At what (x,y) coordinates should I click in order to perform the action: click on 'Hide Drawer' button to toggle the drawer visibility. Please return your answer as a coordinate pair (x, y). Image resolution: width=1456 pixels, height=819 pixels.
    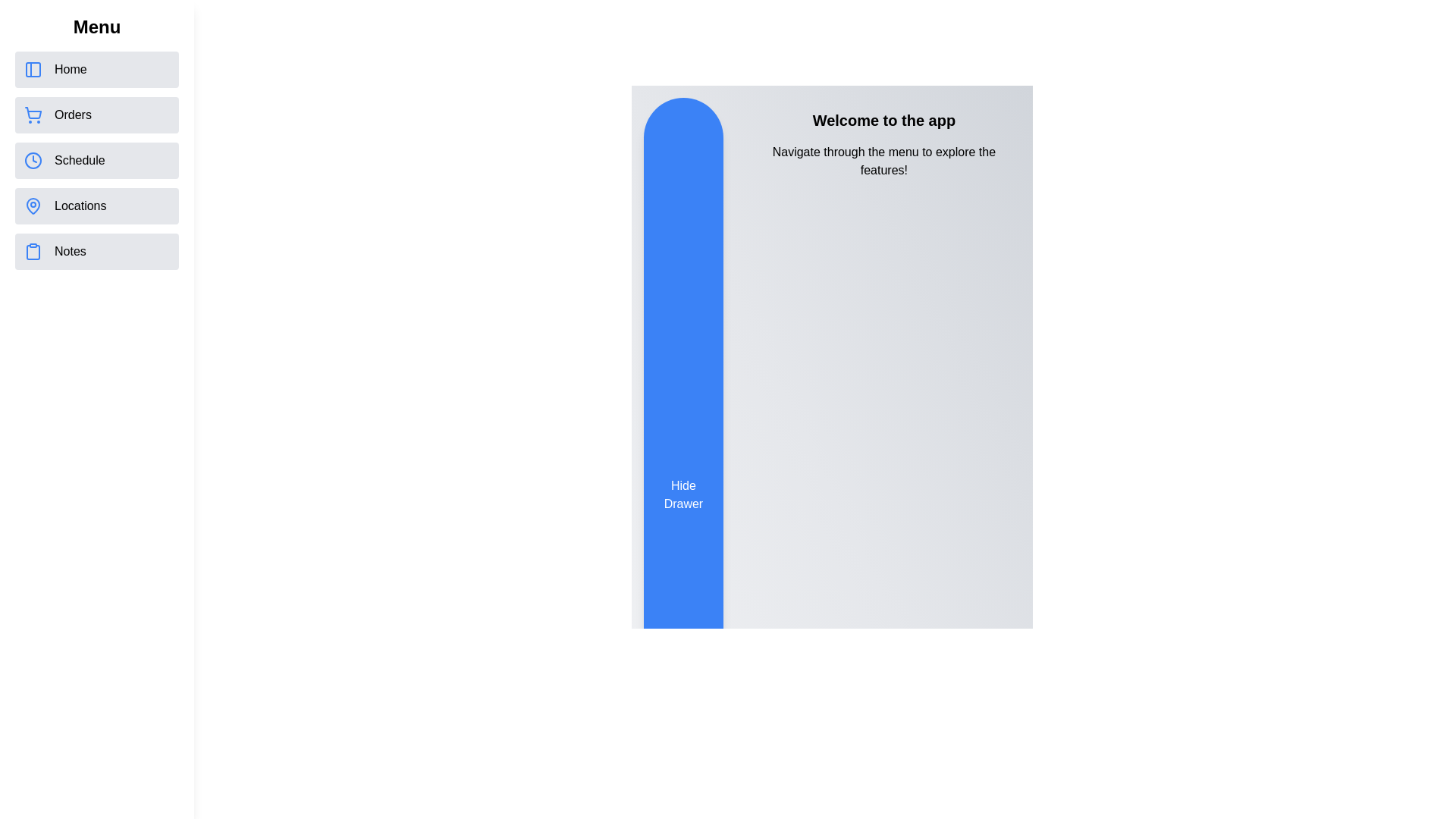
    Looking at the image, I should click on (682, 494).